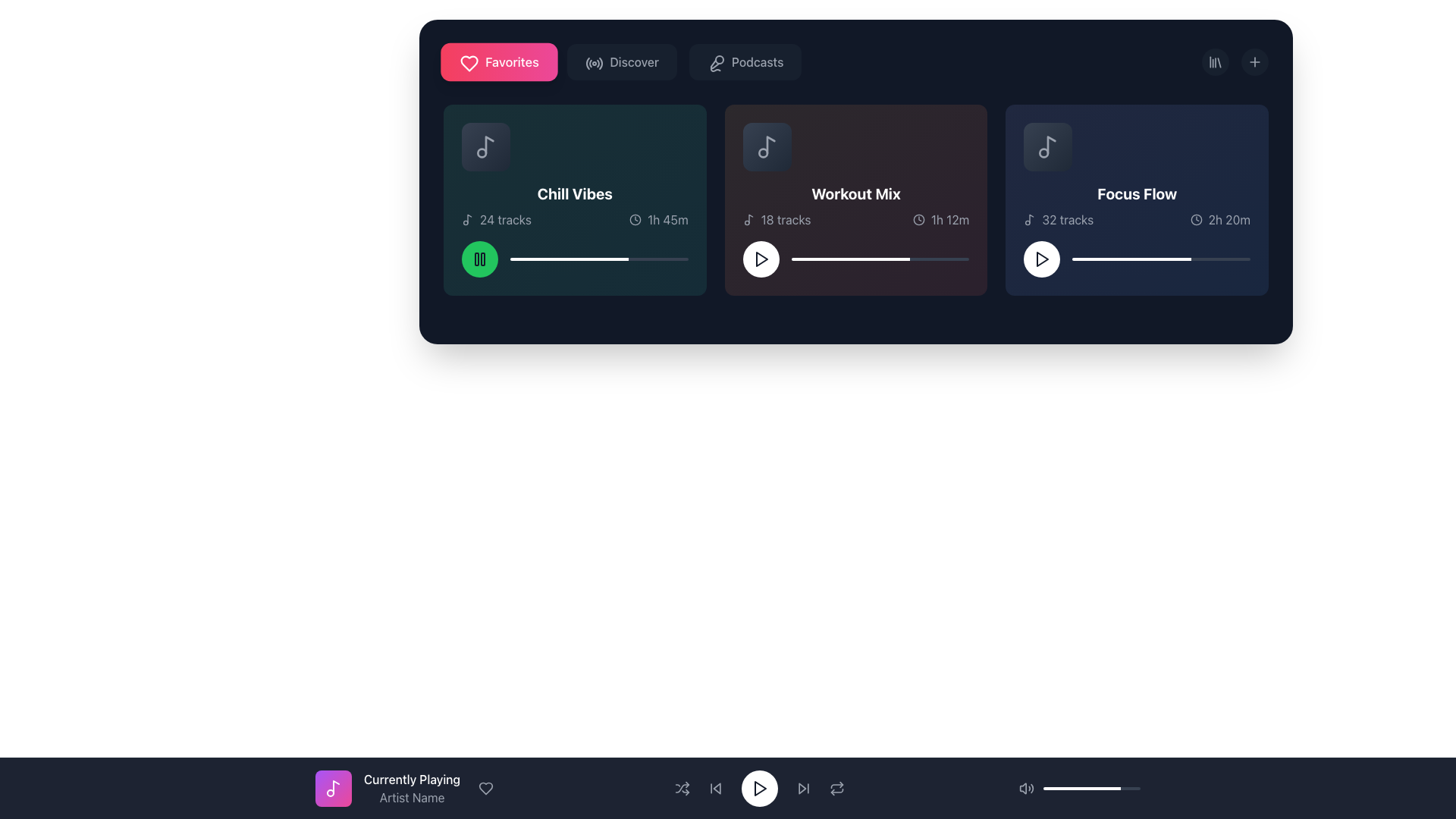  I want to click on the heart icon in the informative component displaying the currently playing music information, located above the footer controls, so click(407, 788).